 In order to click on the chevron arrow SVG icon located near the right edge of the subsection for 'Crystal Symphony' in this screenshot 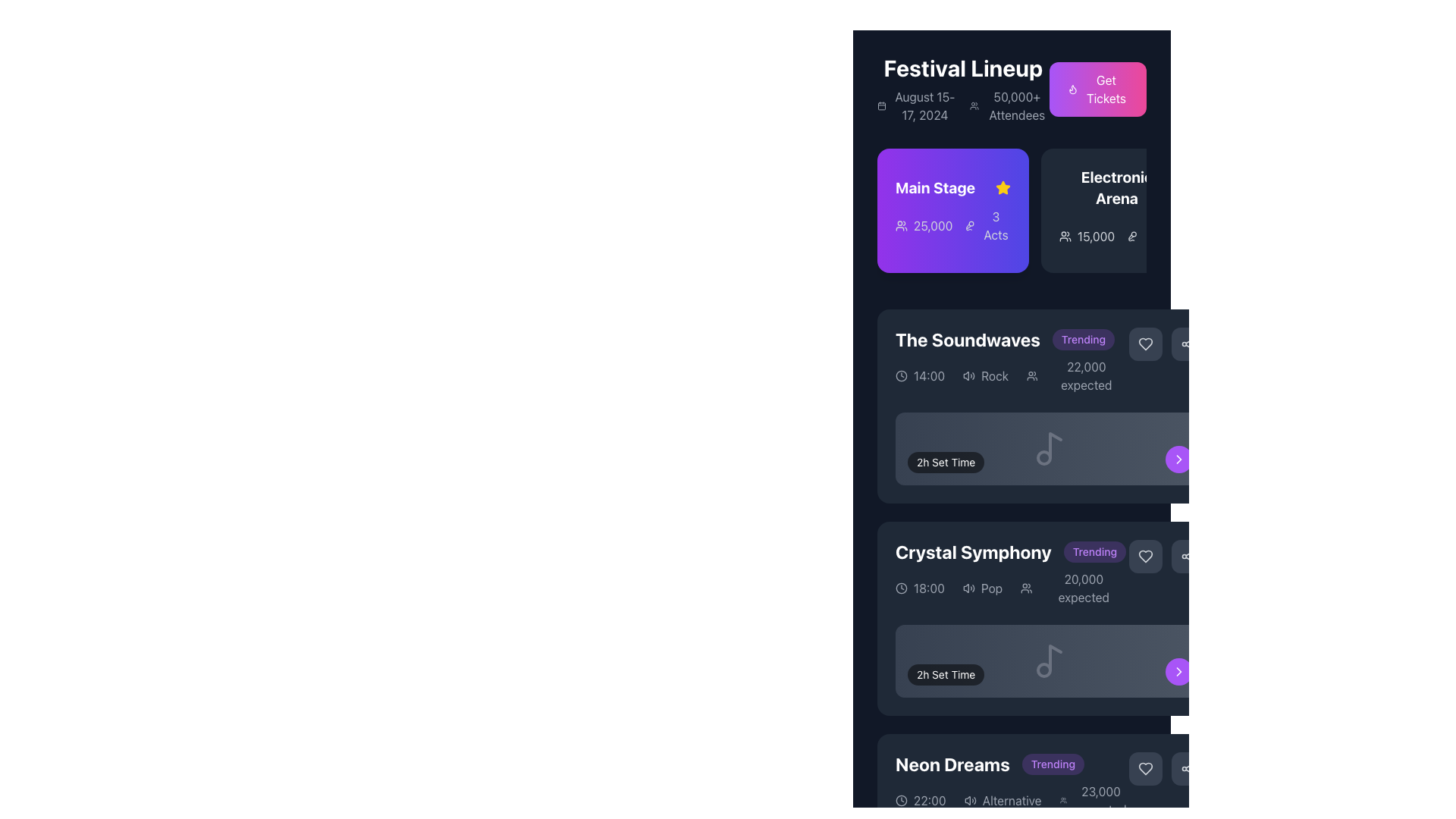, I will do `click(1178, 671)`.